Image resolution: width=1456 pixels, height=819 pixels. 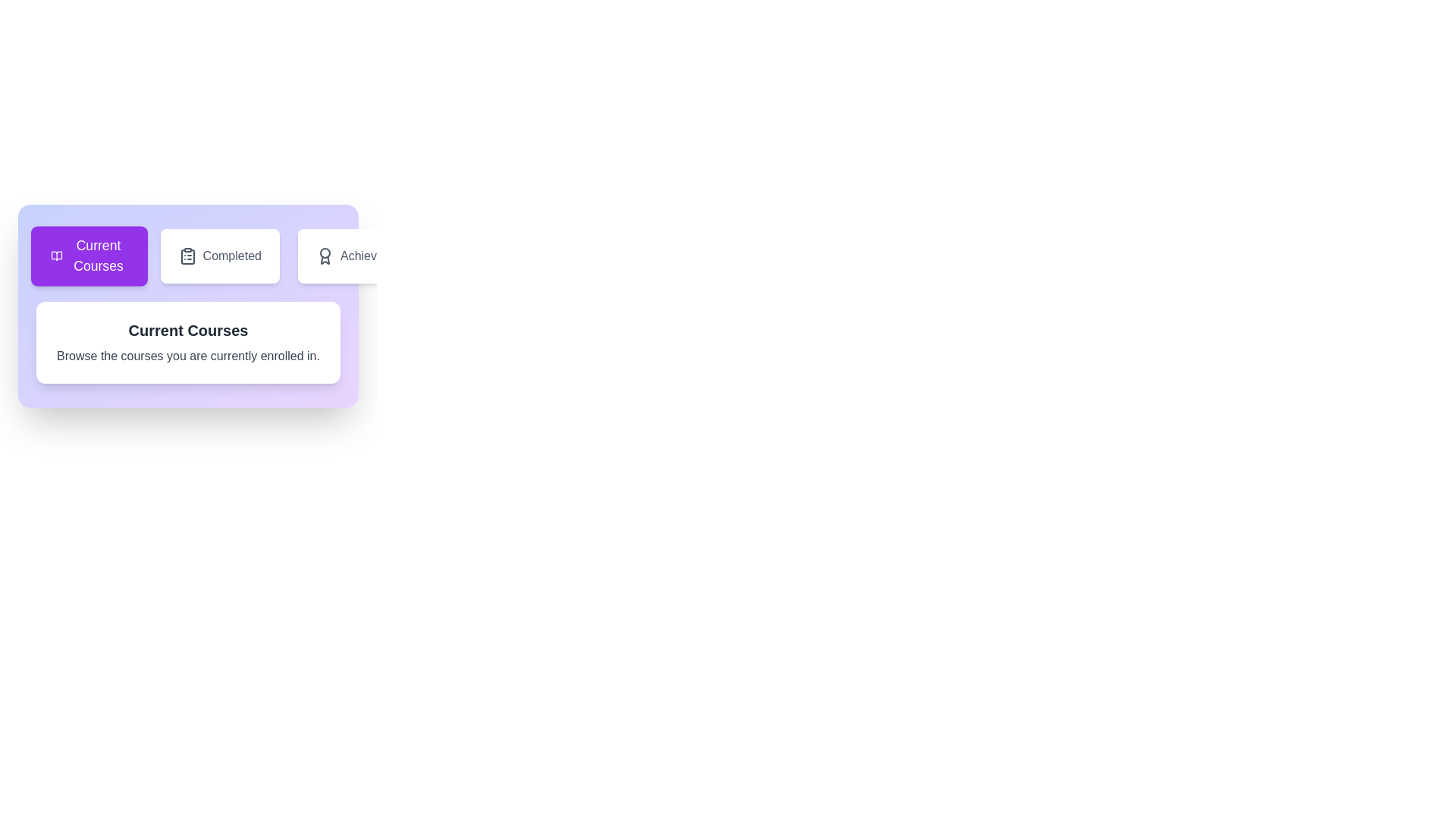 What do you see at coordinates (366, 256) in the screenshot?
I see `the tab labeled Achievements by clicking on it` at bounding box center [366, 256].